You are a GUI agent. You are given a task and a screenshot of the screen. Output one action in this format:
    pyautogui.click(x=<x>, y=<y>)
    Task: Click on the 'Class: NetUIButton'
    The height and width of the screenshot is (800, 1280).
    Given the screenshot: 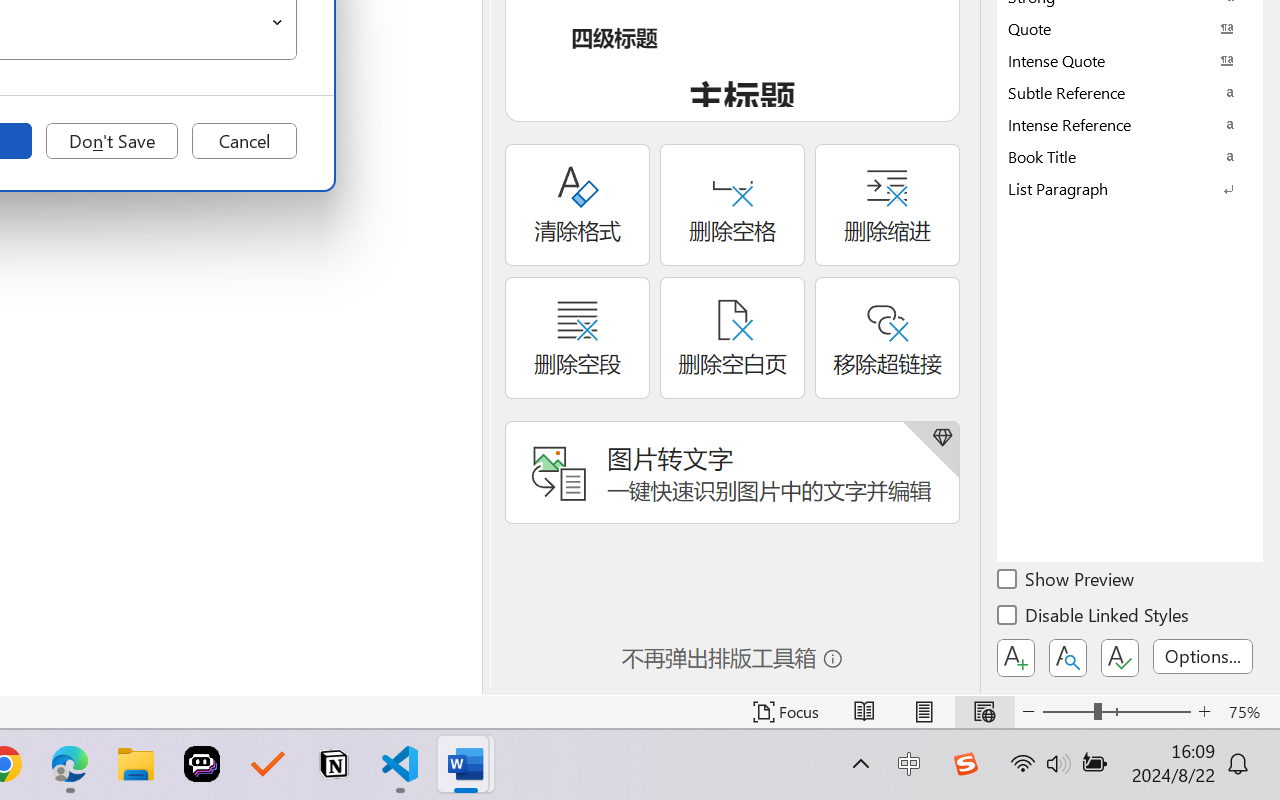 What is the action you would take?
    pyautogui.click(x=1120, y=657)
    